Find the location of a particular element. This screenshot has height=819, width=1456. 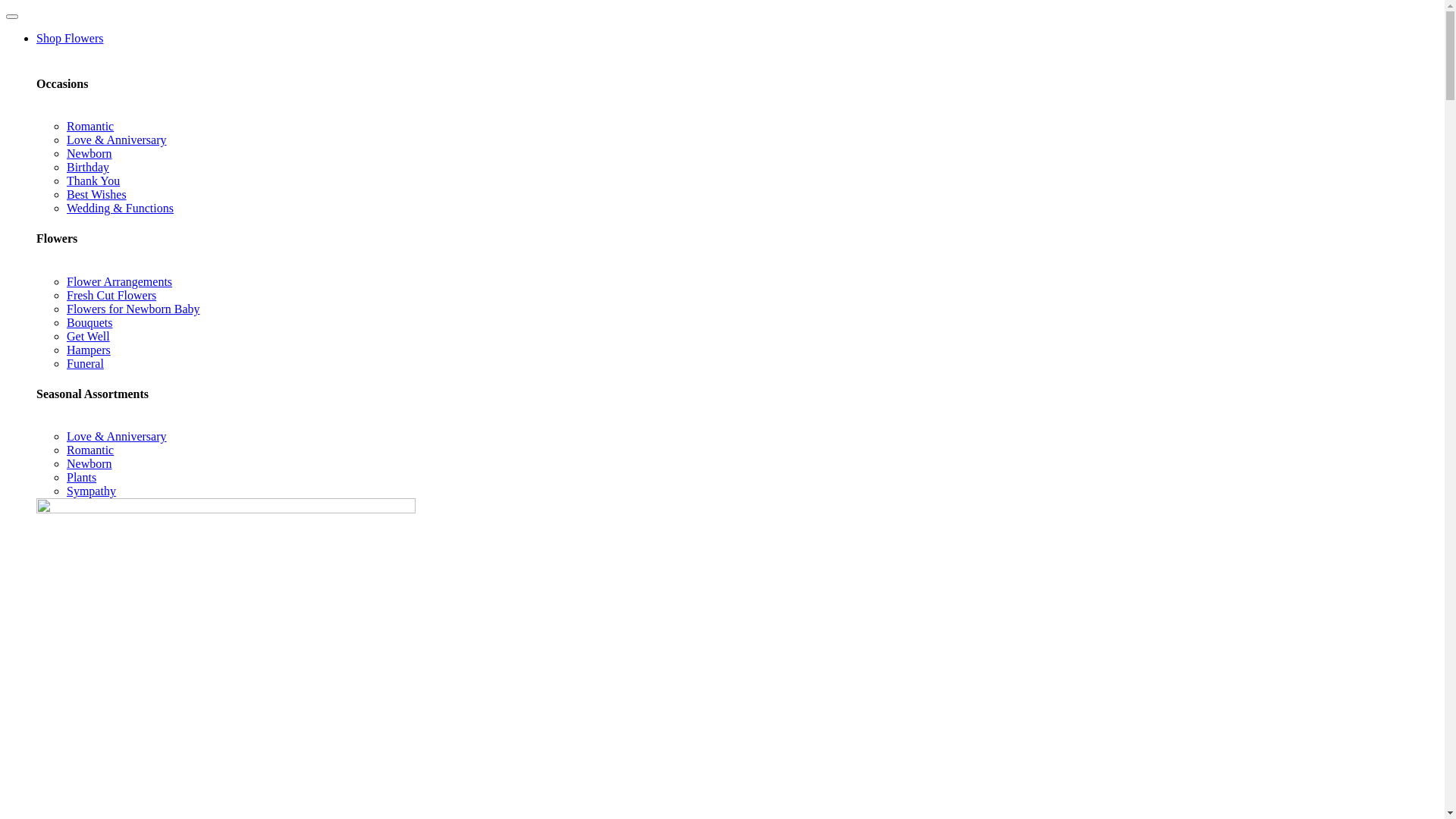

'Love & Anniversary' is located at coordinates (65, 140).